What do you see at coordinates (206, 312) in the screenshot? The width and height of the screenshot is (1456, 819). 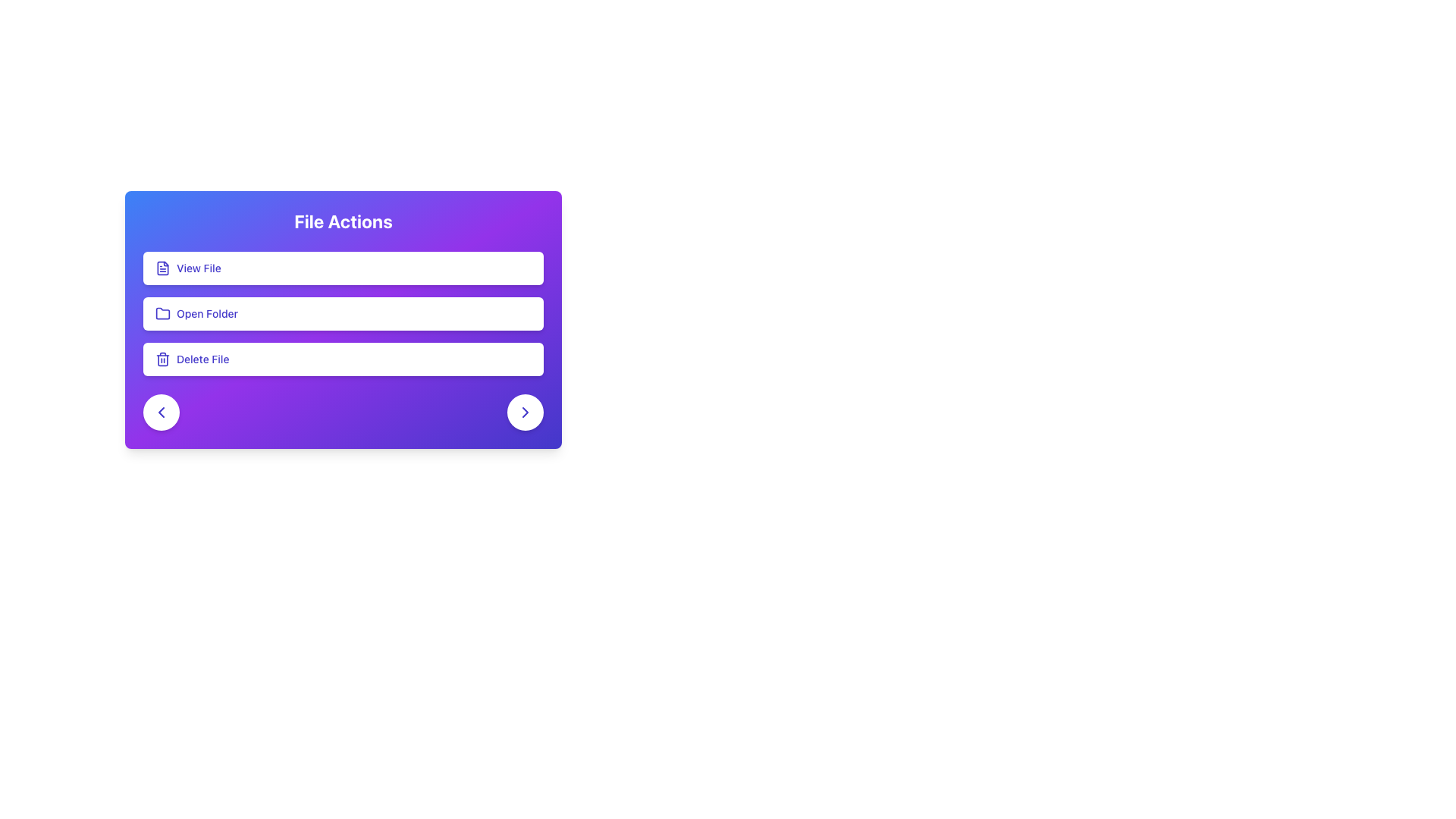 I see `the 'Open Folder' text label/button` at bounding box center [206, 312].